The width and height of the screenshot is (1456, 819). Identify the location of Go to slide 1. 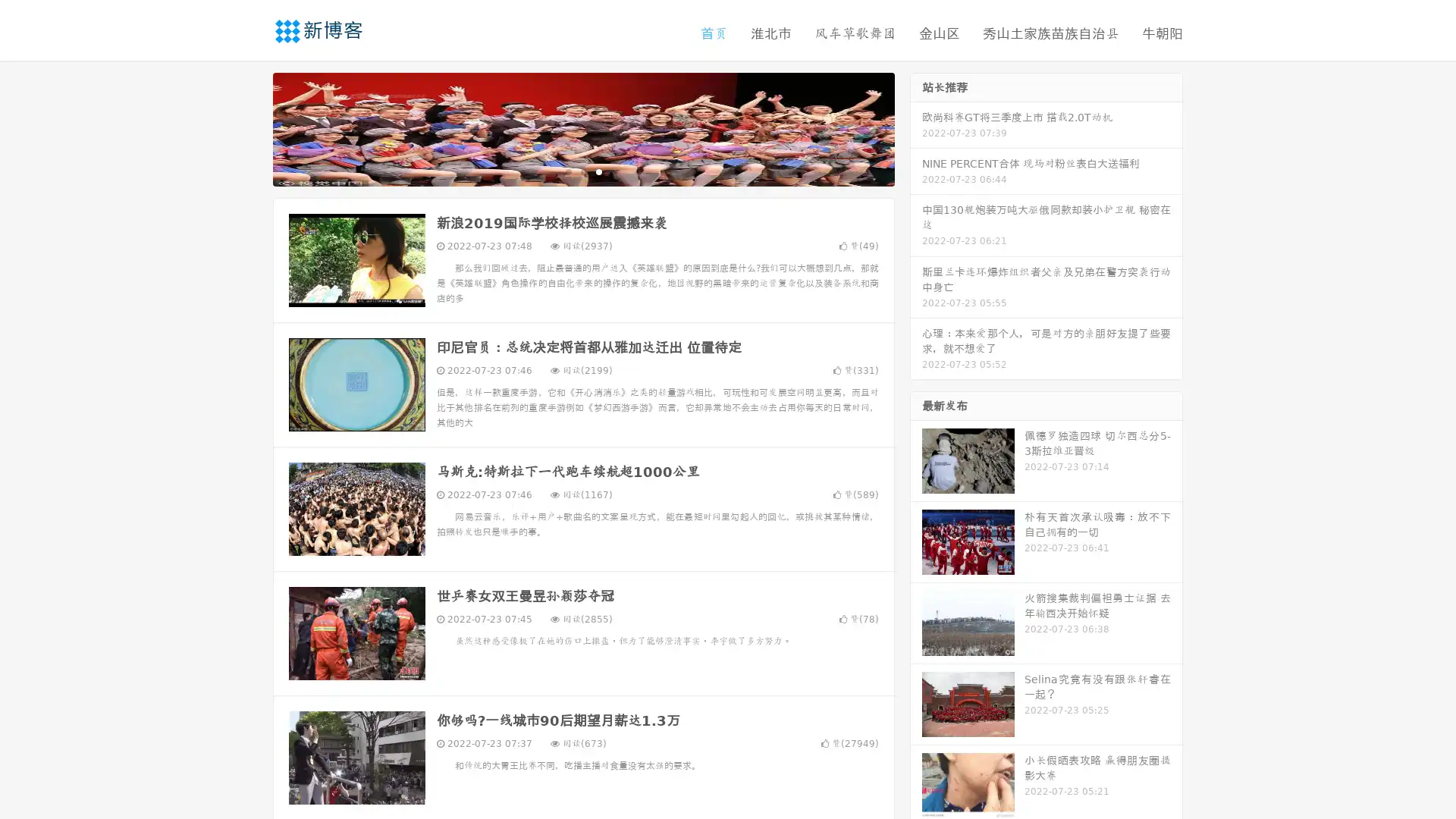
(567, 171).